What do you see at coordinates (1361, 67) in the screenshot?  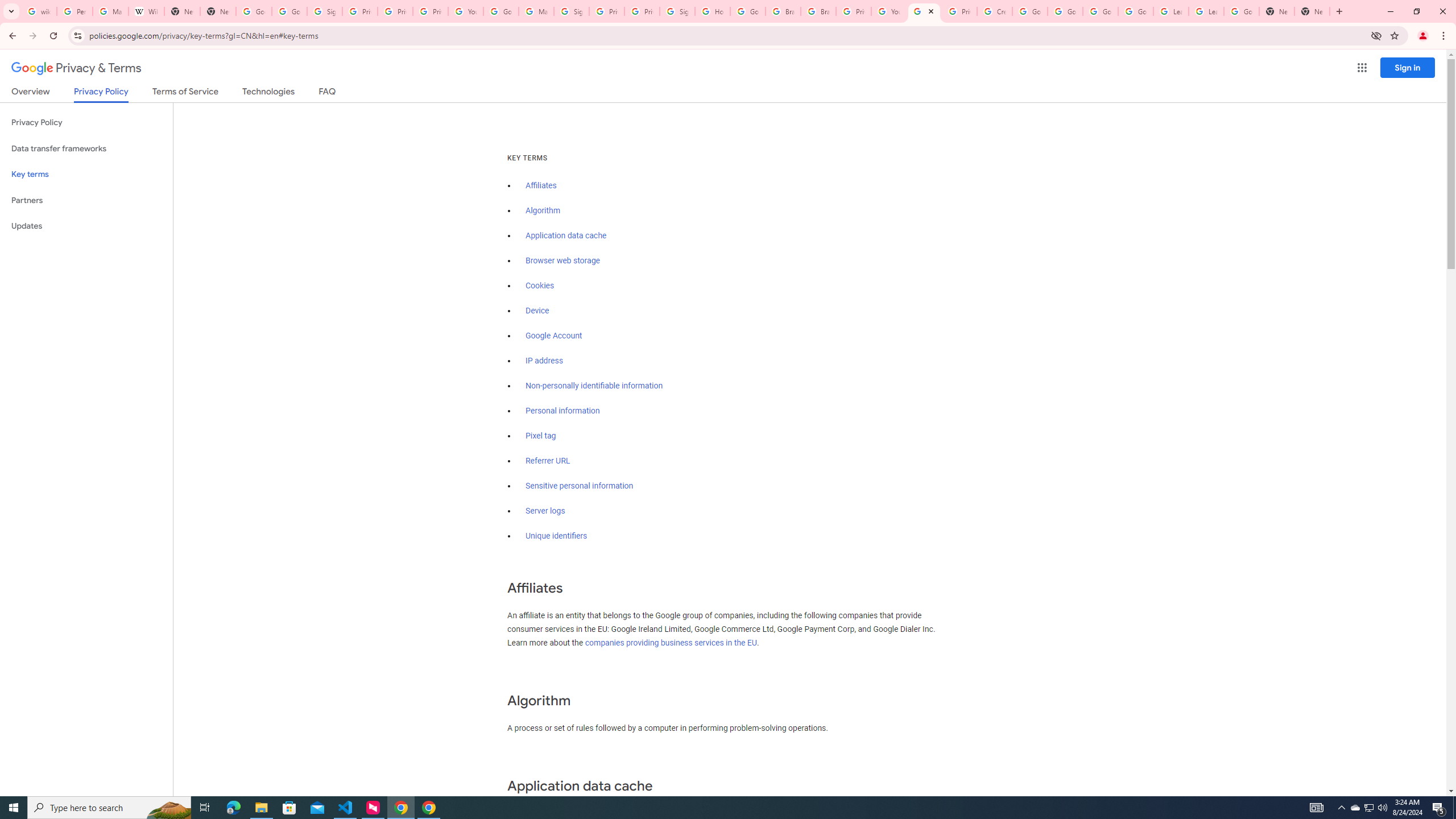 I see `'Google apps'` at bounding box center [1361, 67].